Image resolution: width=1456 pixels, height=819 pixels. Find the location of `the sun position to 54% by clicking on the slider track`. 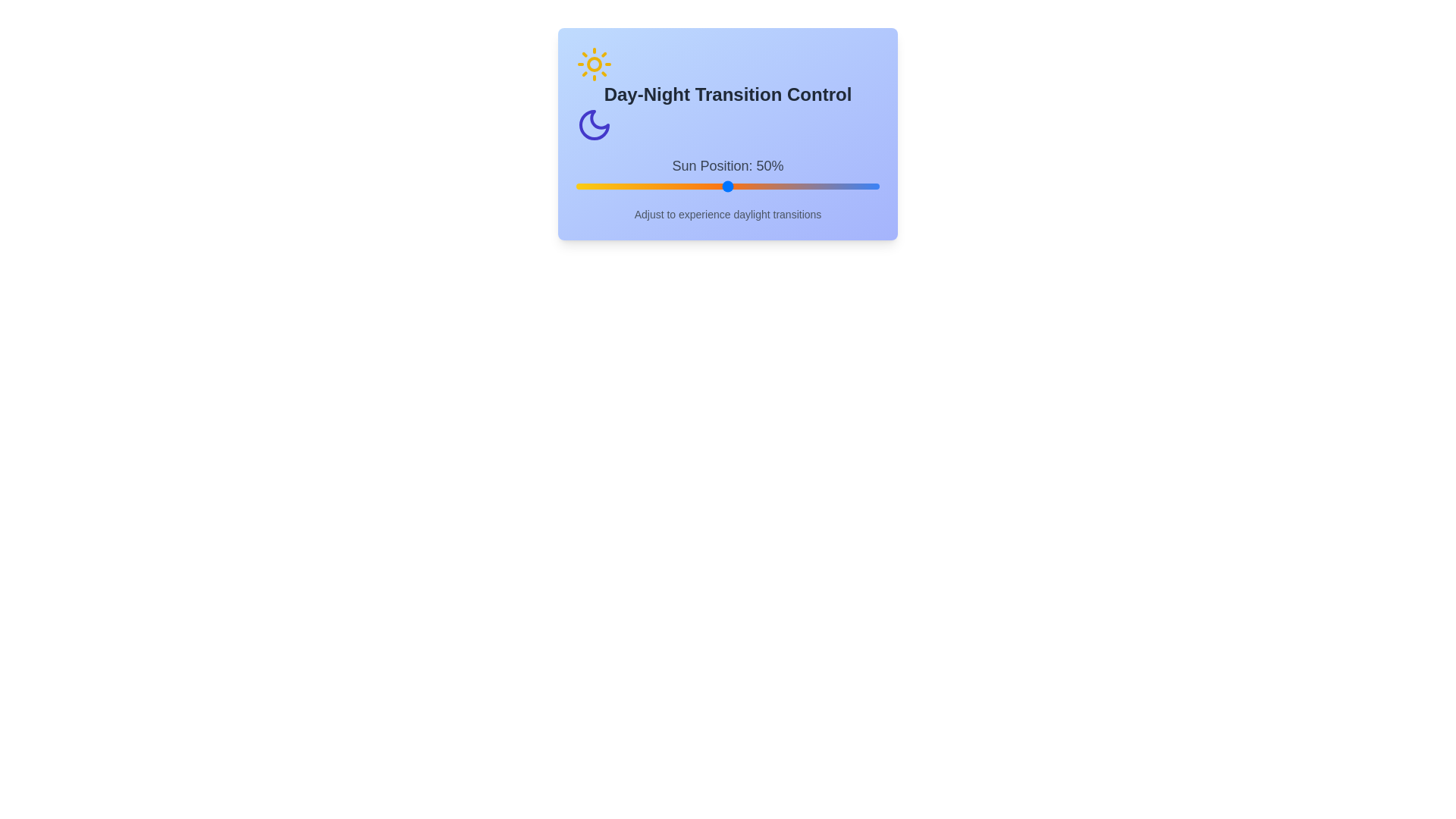

the sun position to 54% by clicking on the slider track is located at coordinates (739, 186).